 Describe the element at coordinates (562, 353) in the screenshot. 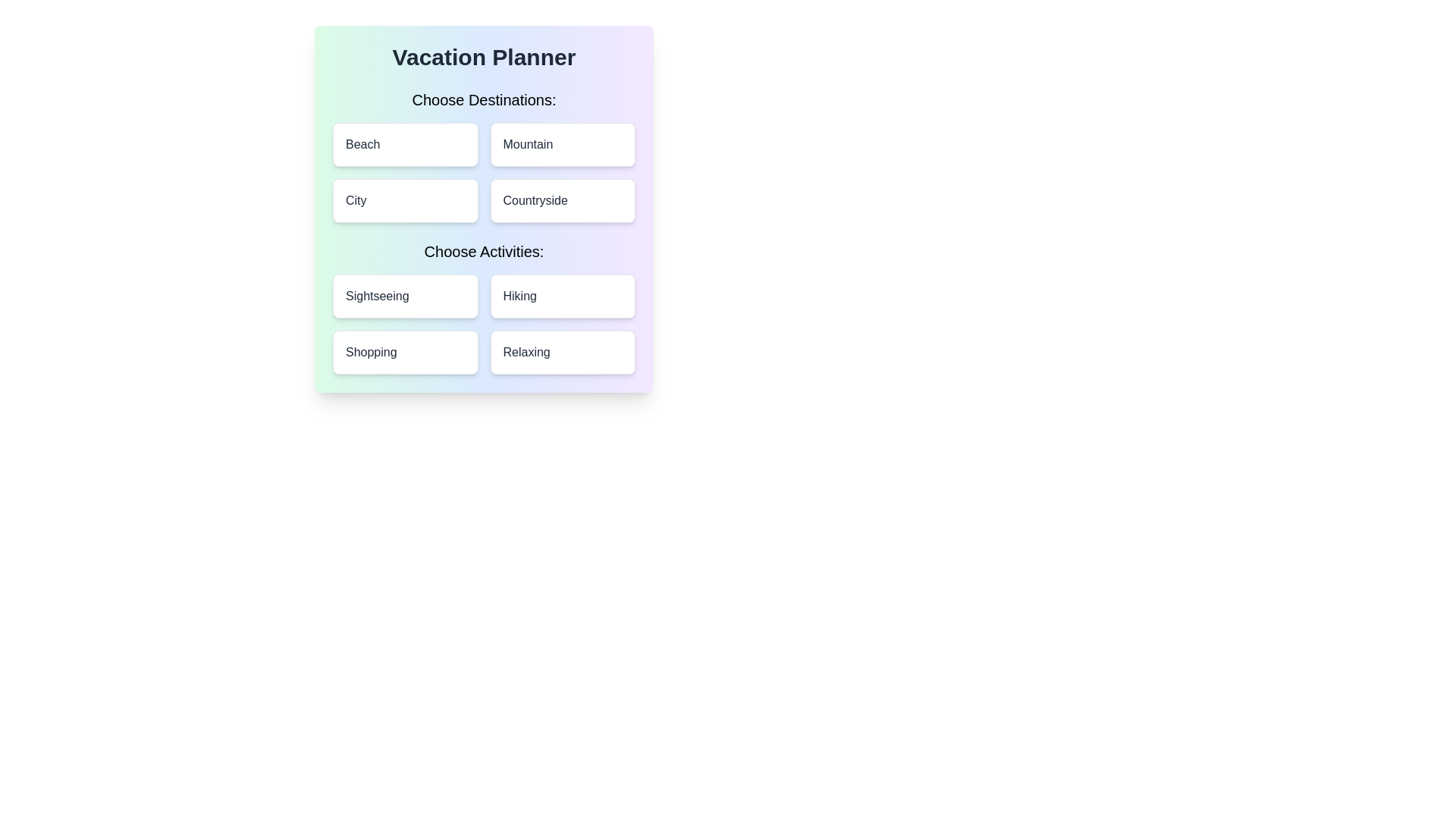

I see `the 'Relaxing' button located in the bottom-right corner of the 'Choose Activities' grid` at that location.